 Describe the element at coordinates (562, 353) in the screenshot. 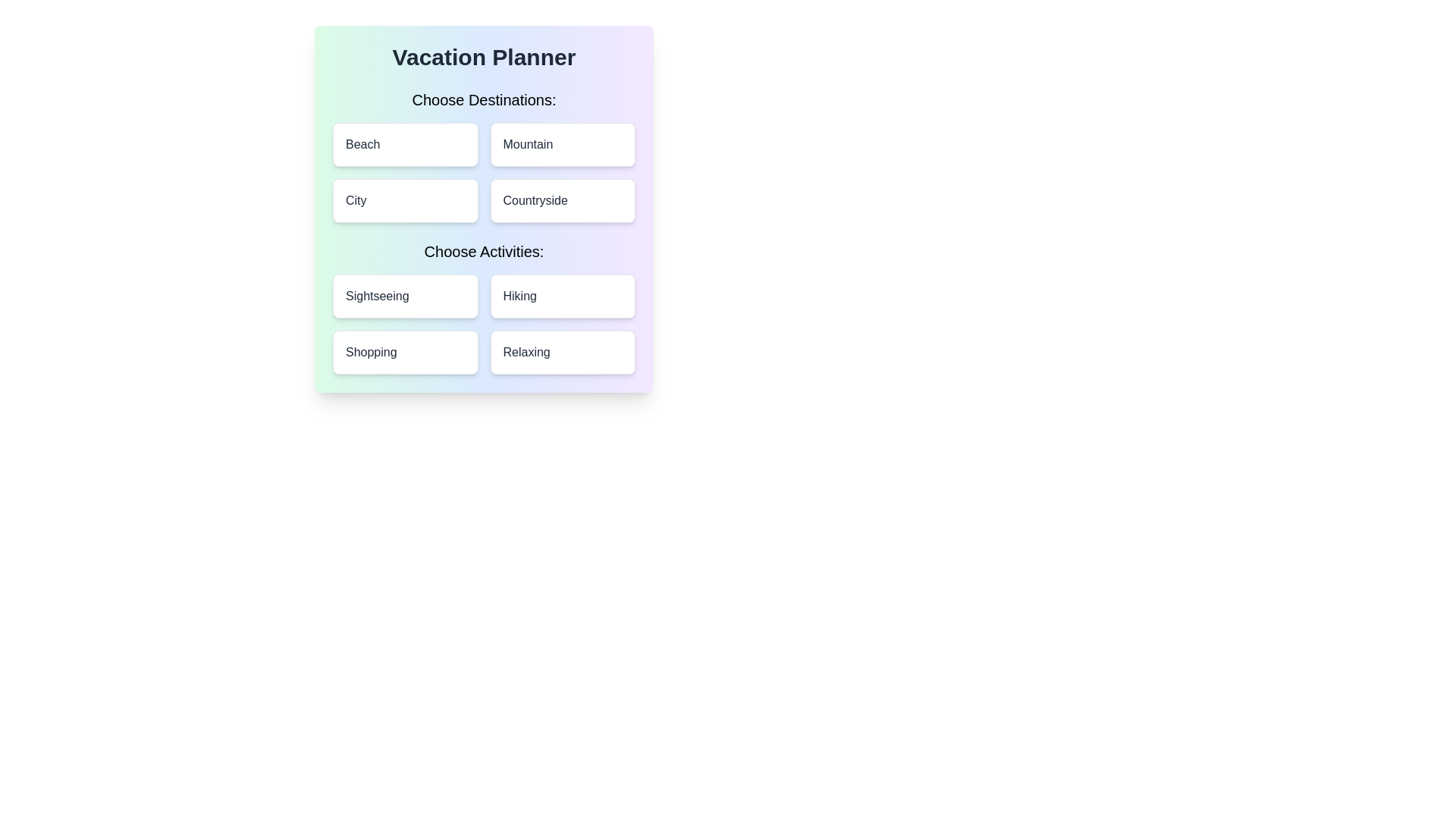

I see `the 'Relaxing' button located in the bottom-right corner of the 'Choose Activities' grid` at that location.